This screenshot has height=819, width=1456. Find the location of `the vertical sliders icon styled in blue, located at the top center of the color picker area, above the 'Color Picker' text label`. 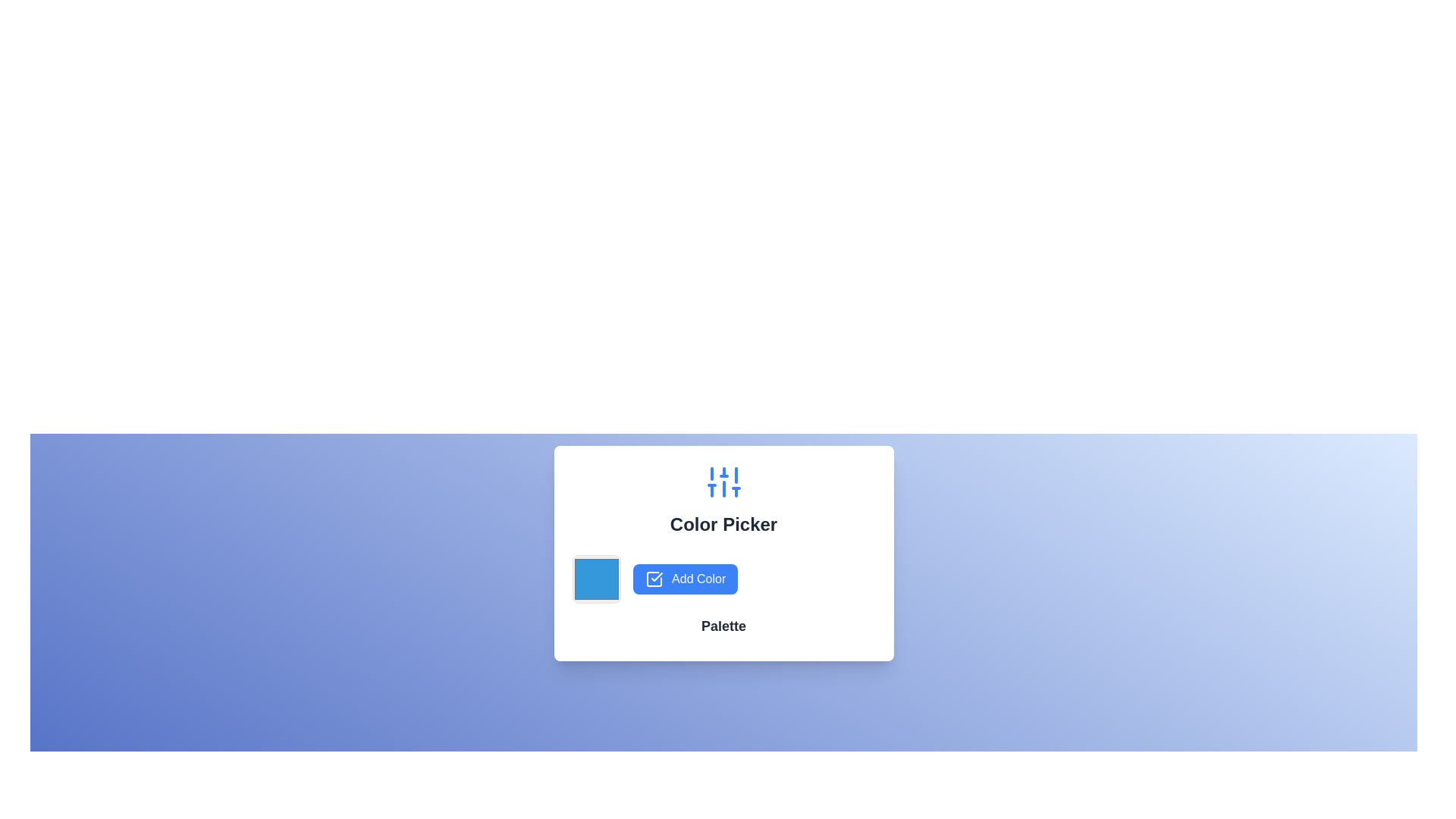

the vertical sliders icon styled in blue, located at the top center of the color picker area, above the 'Color Picker' text label is located at coordinates (723, 482).